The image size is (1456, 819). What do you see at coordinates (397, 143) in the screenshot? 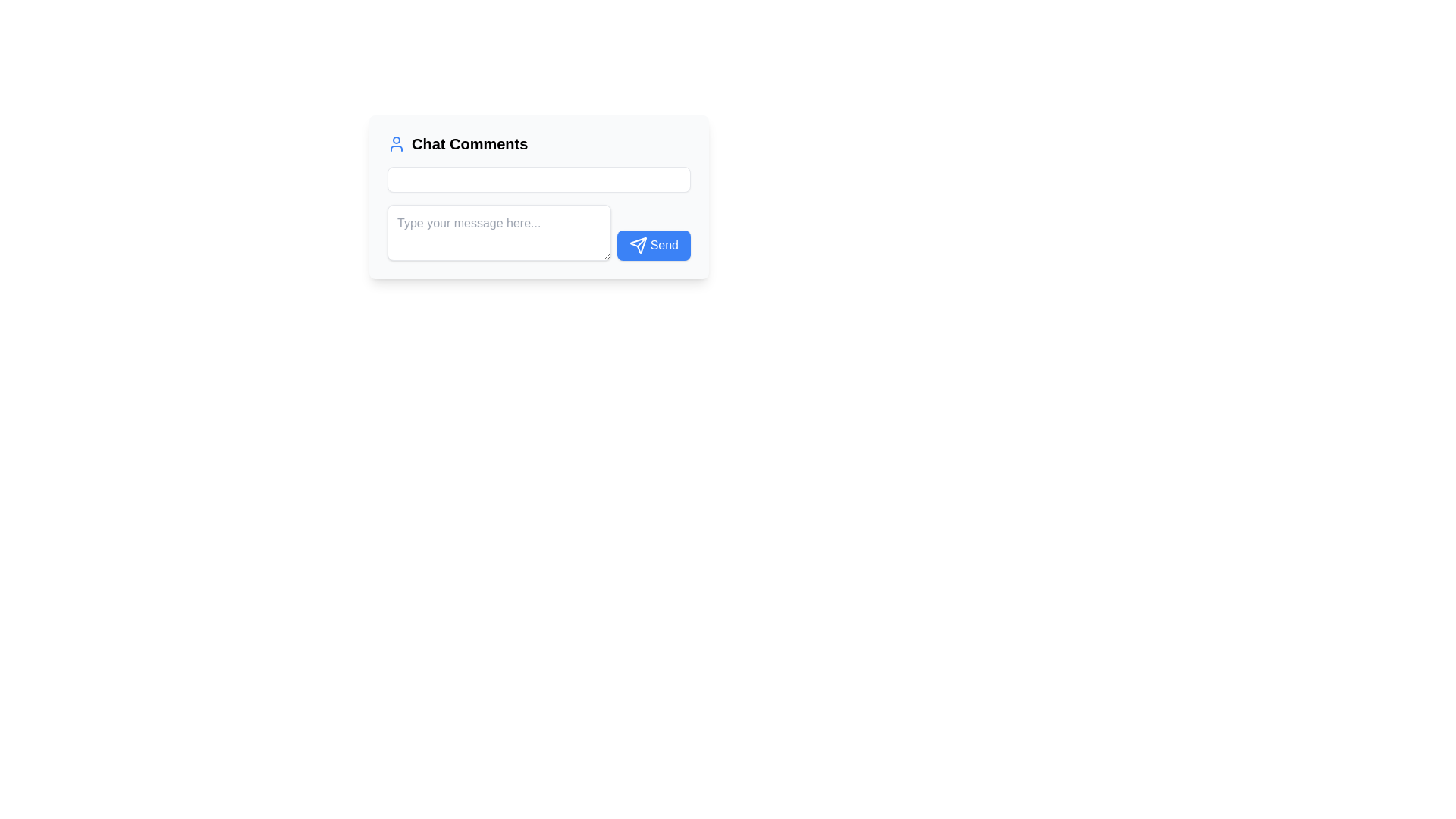
I see `the user icon represented by a blue-filled SVG with a head and shoulders design, located to the left of the 'Chat Comments' text` at bounding box center [397, 143].